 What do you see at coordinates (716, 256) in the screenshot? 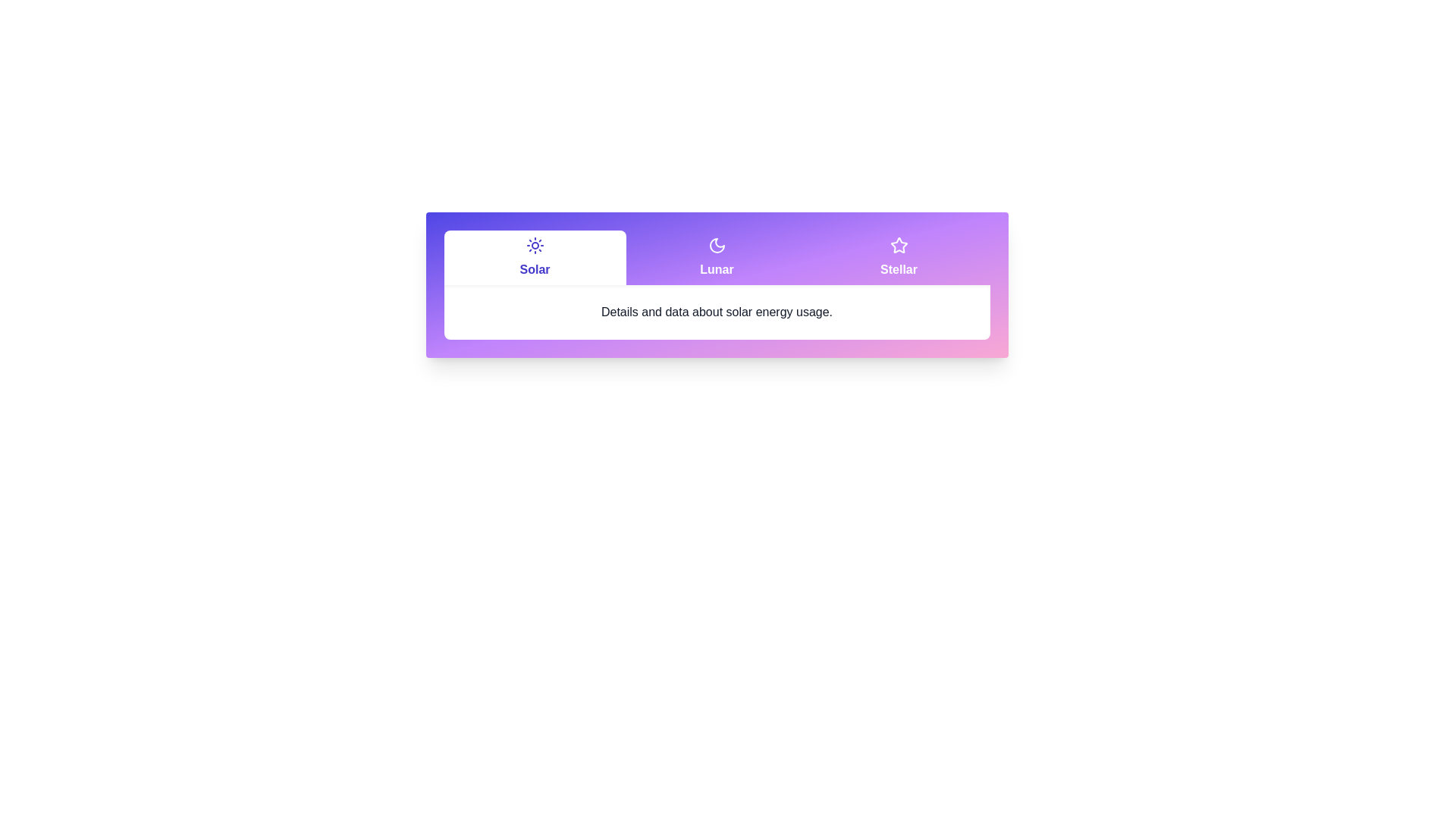
I see `the Lunar tab by clicking its header` at bounding box center [716, 256].